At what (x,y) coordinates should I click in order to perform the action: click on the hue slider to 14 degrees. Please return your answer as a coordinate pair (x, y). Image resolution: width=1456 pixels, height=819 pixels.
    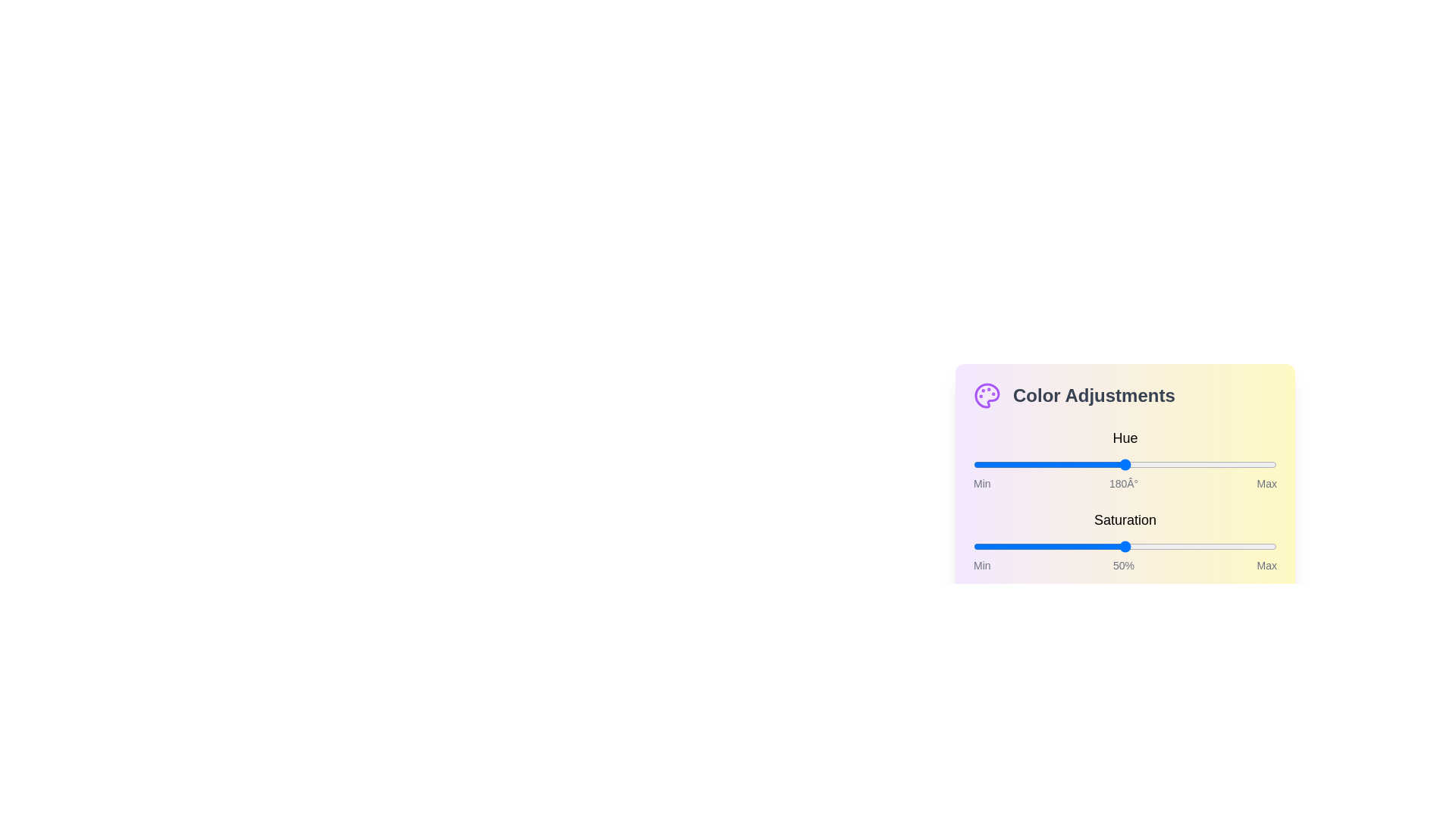
    Looking at the image, I should click on (985, 464).